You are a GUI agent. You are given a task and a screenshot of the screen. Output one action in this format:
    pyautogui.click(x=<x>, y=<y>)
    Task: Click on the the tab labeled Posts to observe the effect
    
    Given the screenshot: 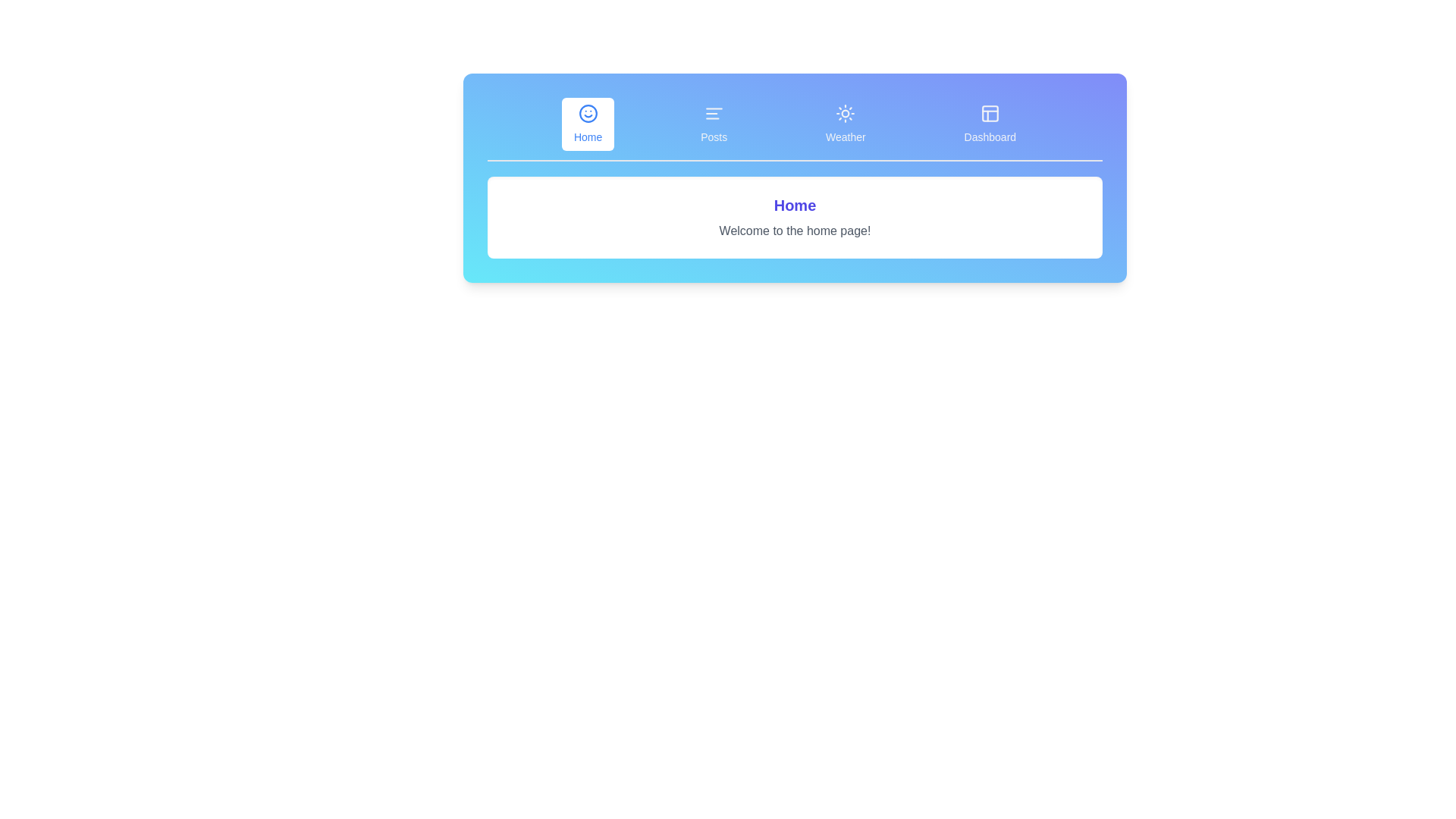 What is the action you would take?
    pyautogui.click(x=713, y=124)
    